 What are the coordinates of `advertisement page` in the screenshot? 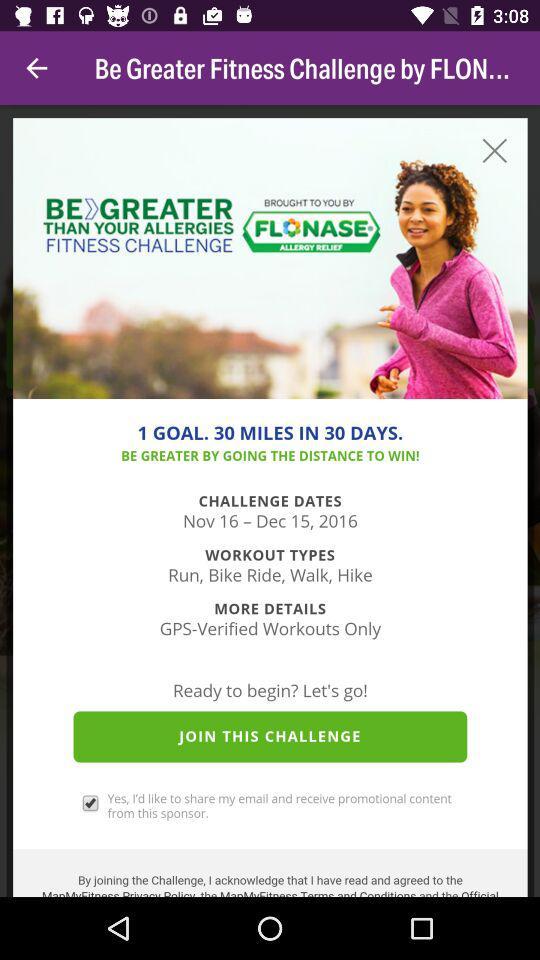 It's located at (270, 500).